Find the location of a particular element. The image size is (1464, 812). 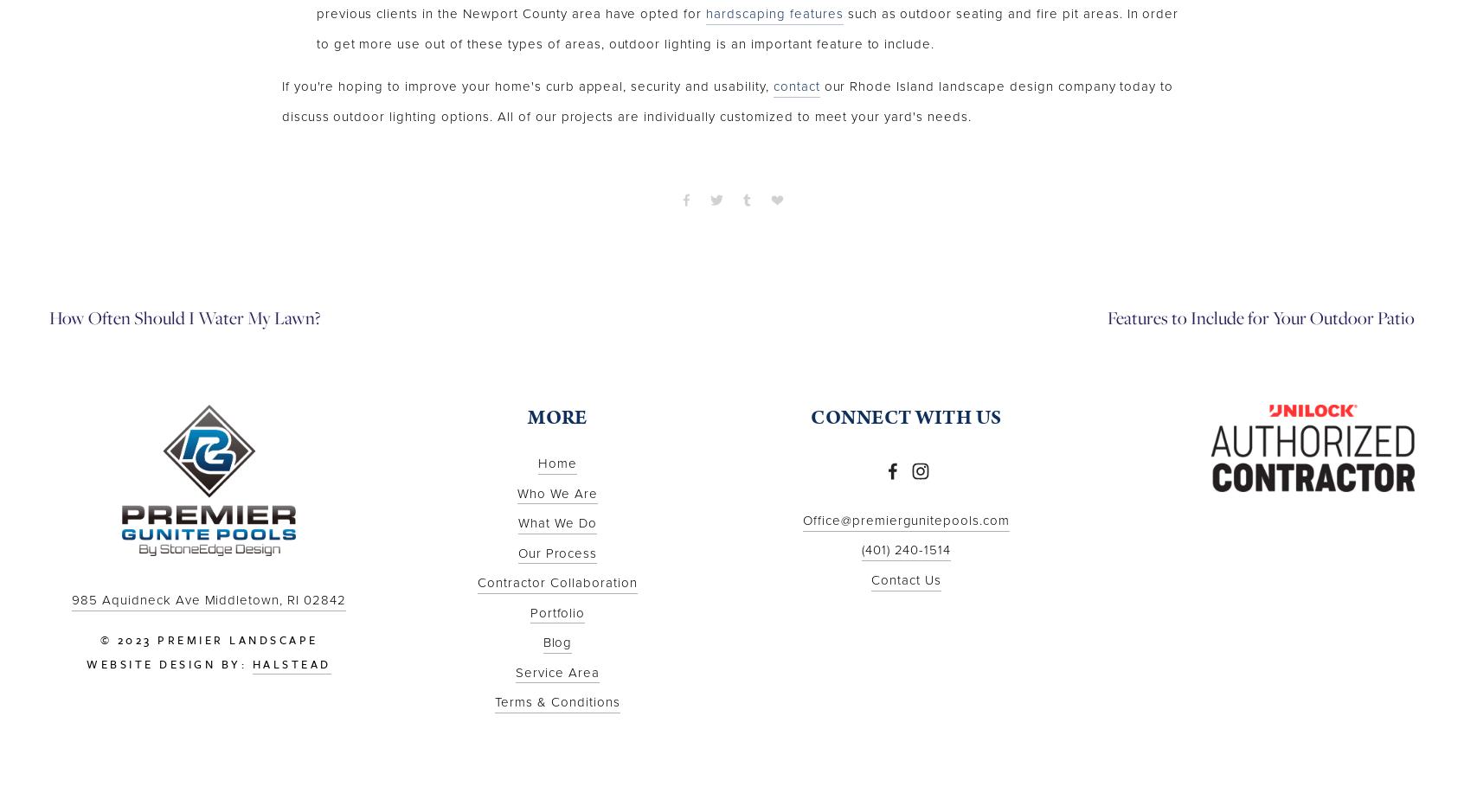

'985 Aquidneck Ave Middletown, RI 02842' is located at coordinates (208, 598).